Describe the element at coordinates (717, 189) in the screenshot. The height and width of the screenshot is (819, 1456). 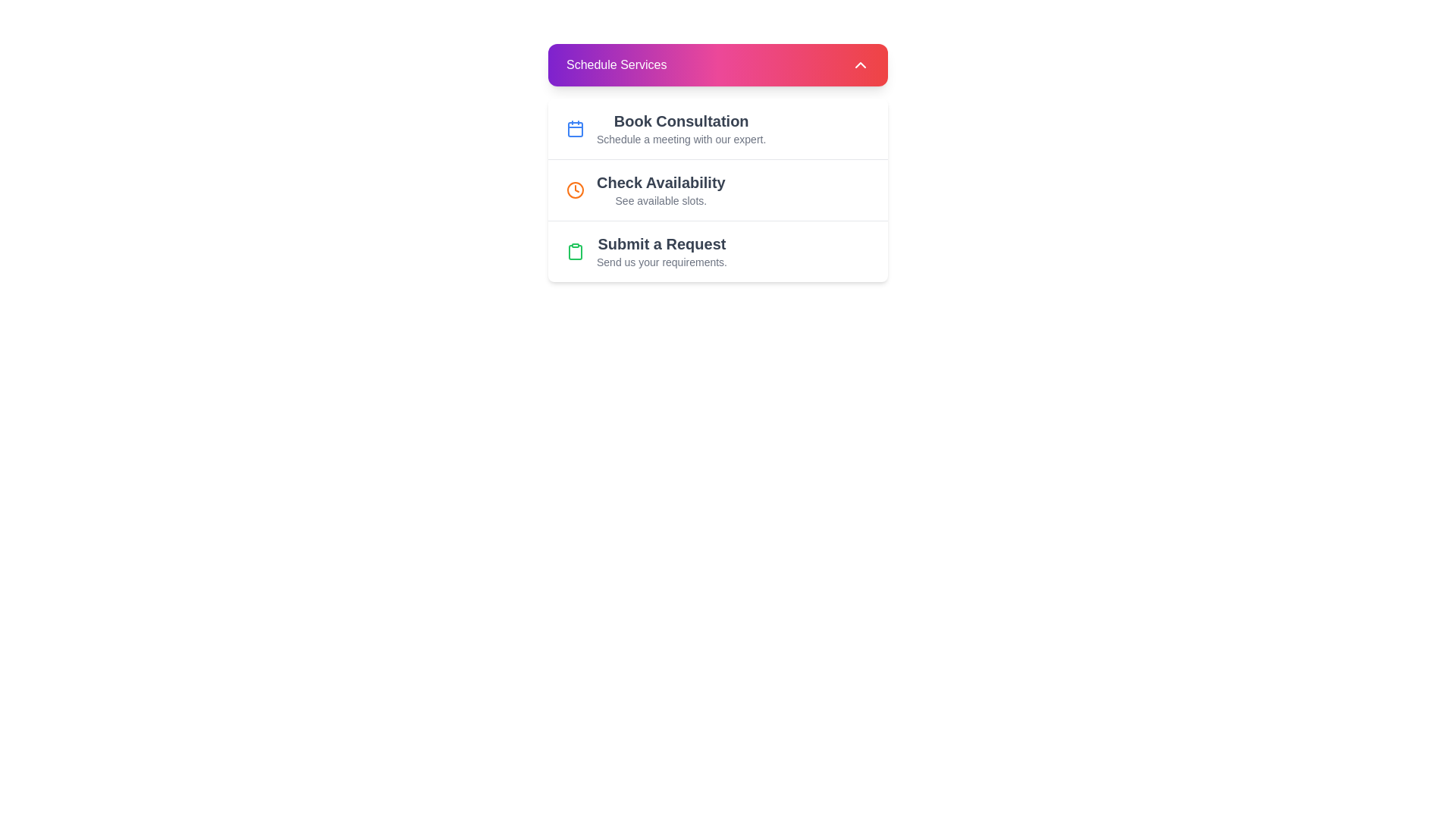
I see `the interactive button labeled with text and an icon, positioned below 'Book Consultation' and above 'Submit a Request', to check available slots for a service or item` at that location.